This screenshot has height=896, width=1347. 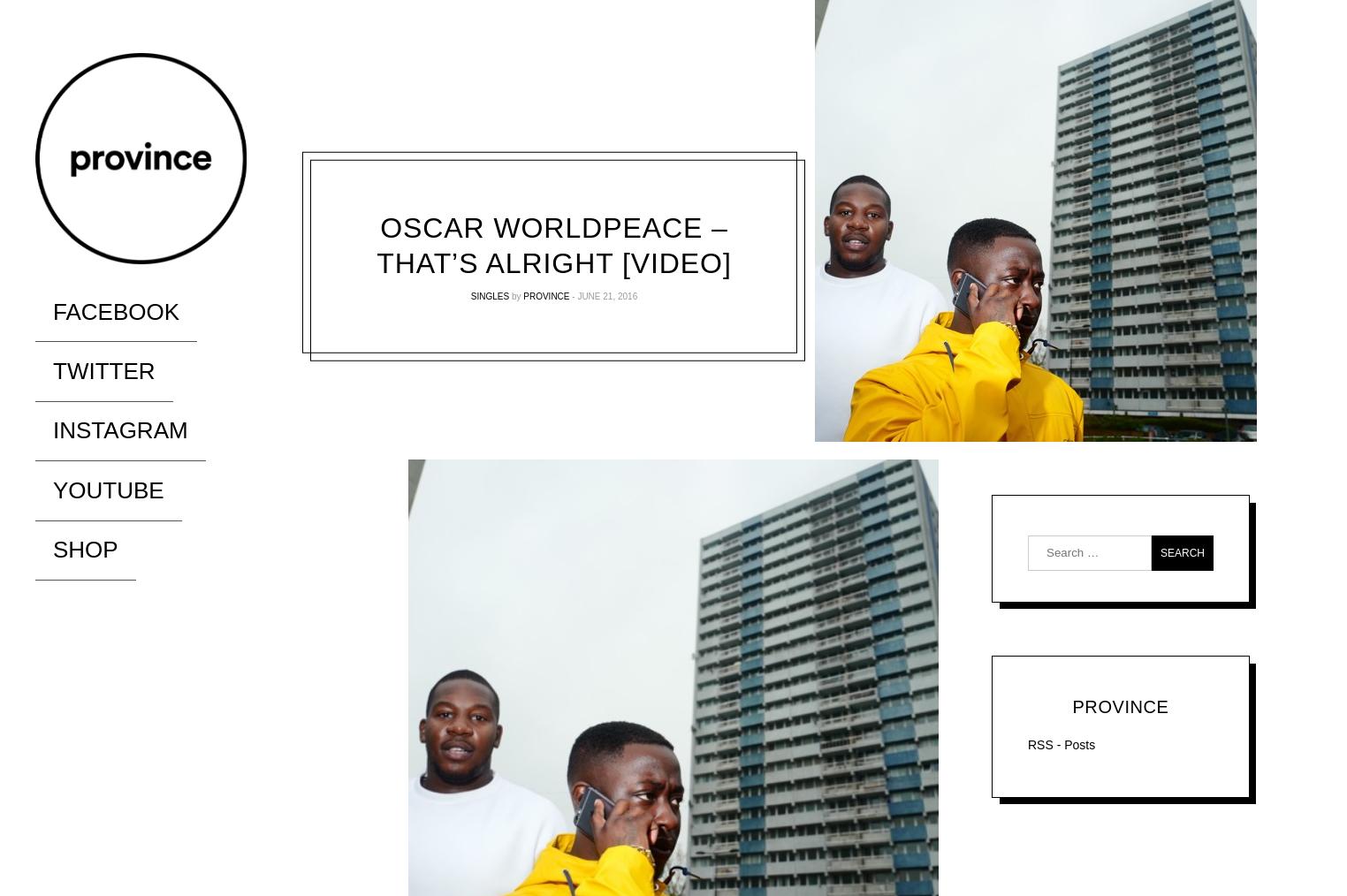 I want to click on 'Singles', so click(x=488, y=295).